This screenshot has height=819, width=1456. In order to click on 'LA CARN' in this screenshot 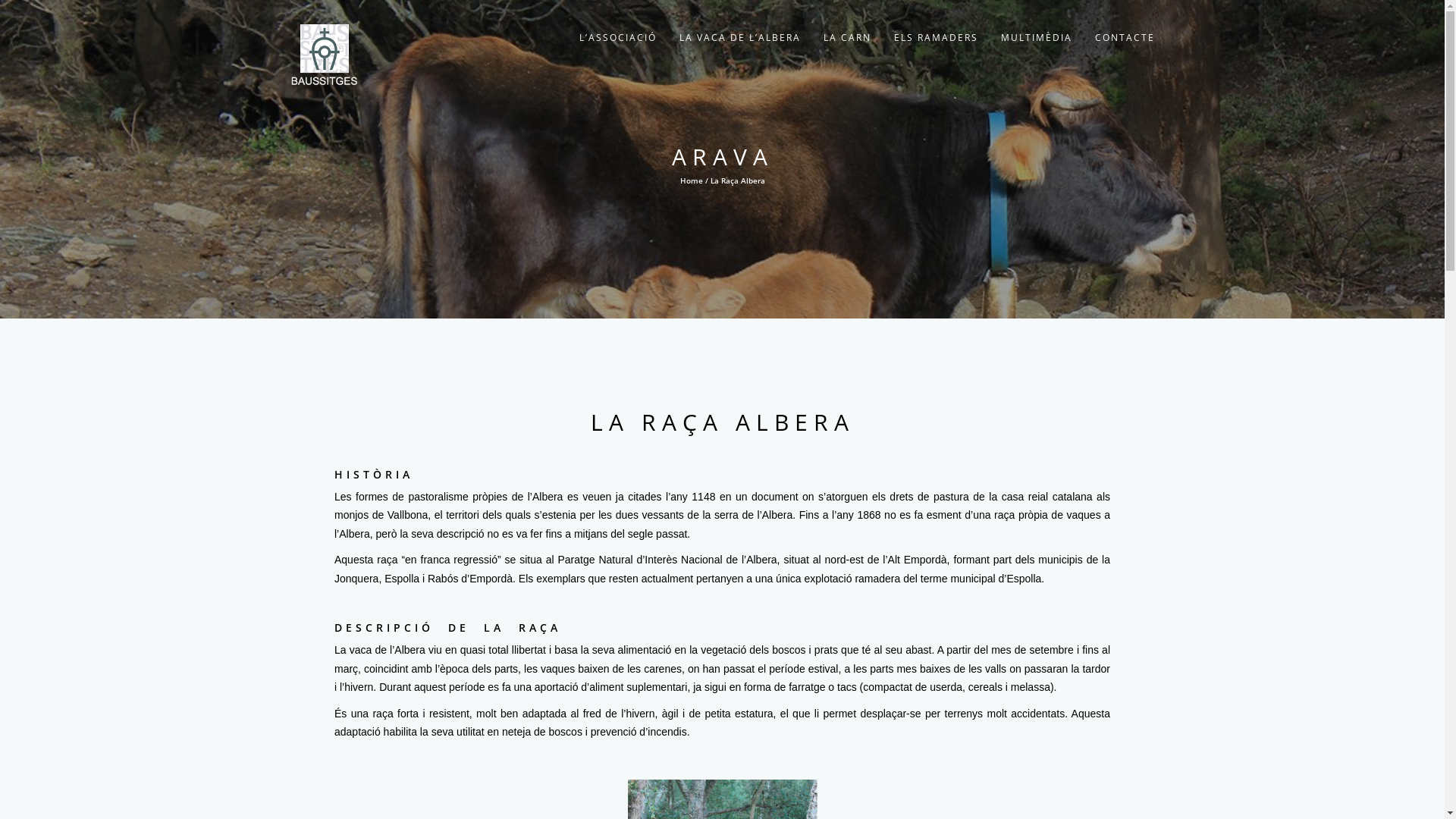, I will do `click(846, 37)`.